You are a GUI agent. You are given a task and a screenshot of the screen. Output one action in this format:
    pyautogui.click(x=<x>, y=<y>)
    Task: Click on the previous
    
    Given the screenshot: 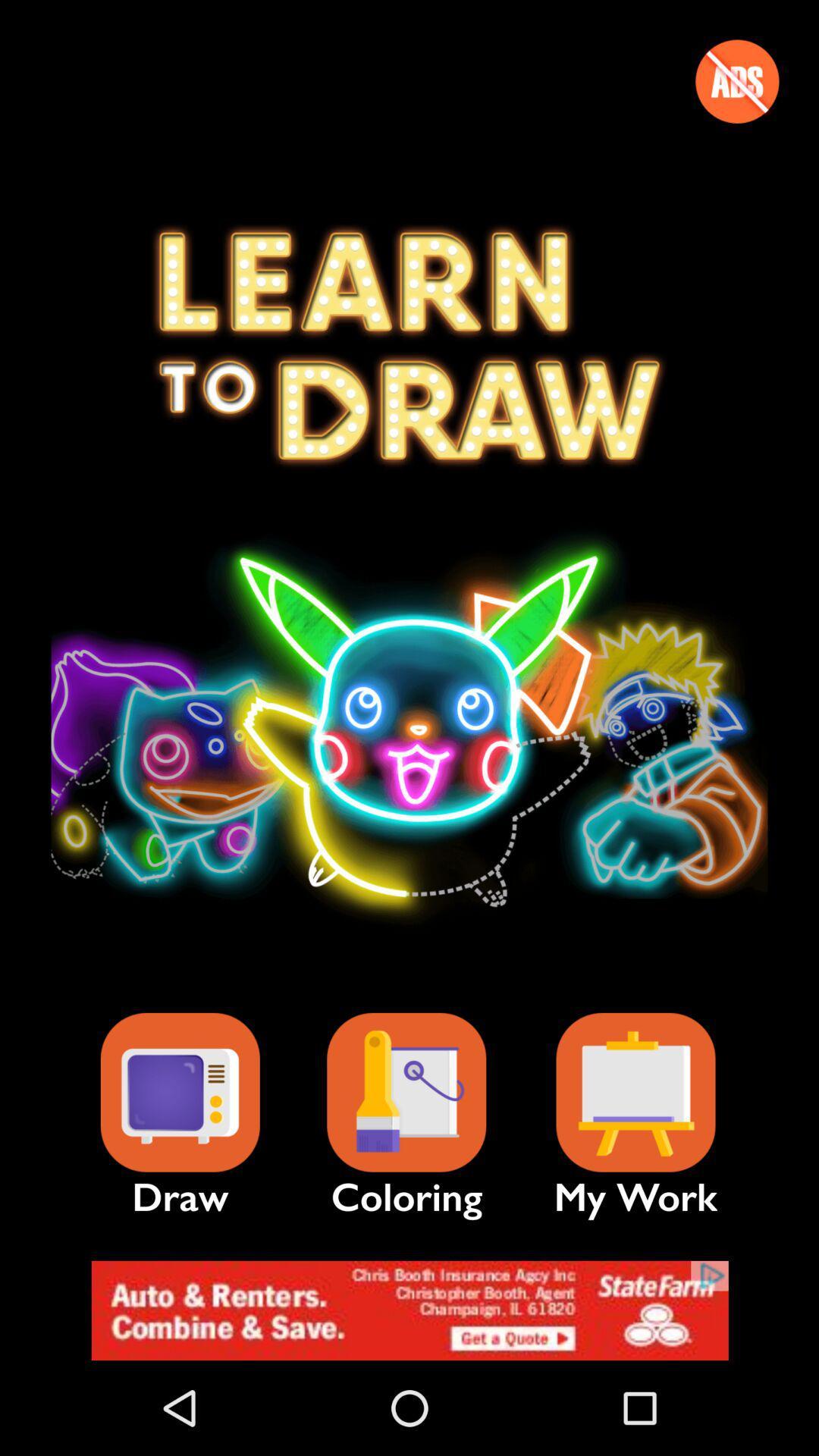 What is the action you would take?
    pyautogui.click(x=736, y=80)
    